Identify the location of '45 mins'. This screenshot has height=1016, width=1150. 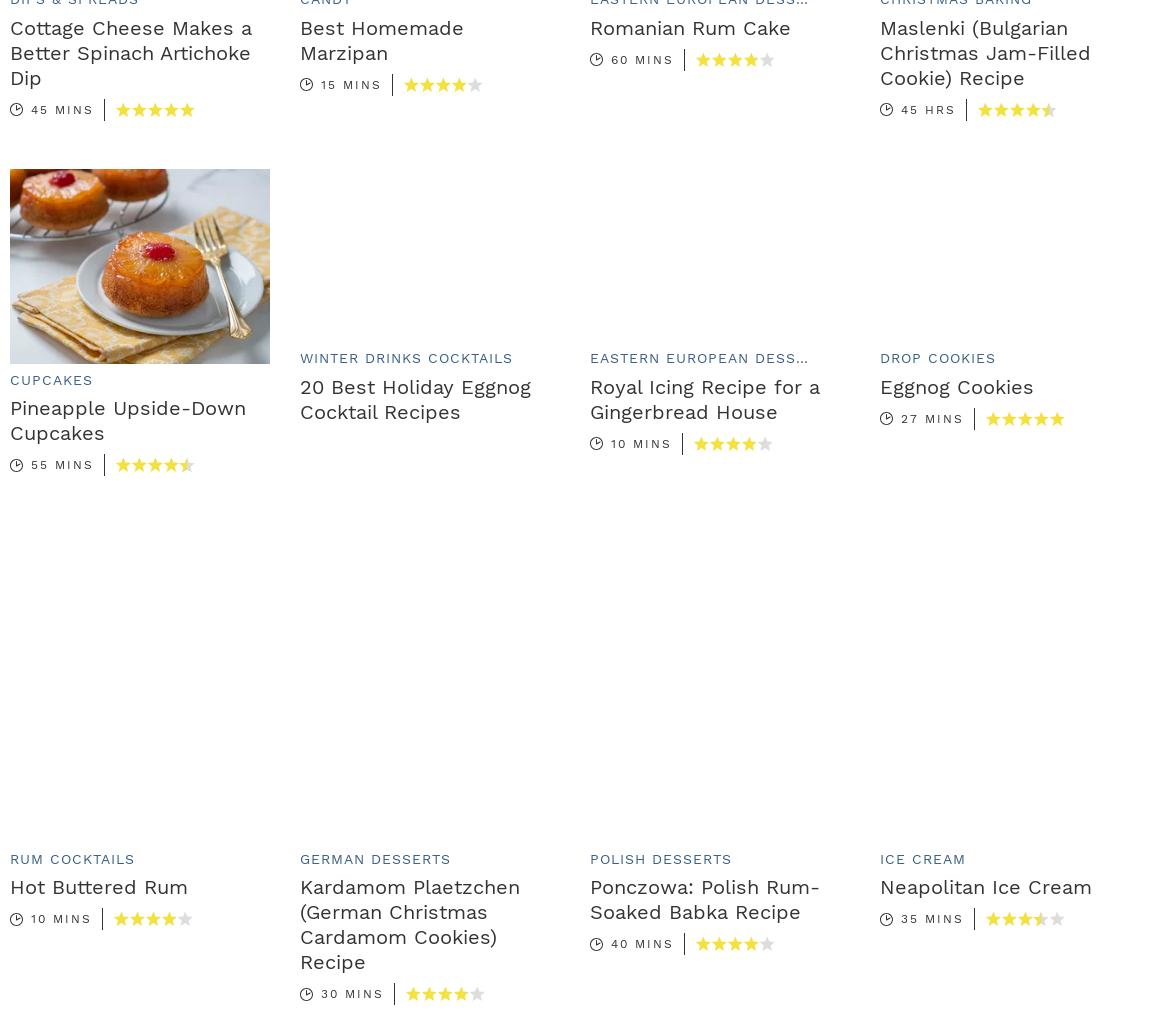
(61, 109).